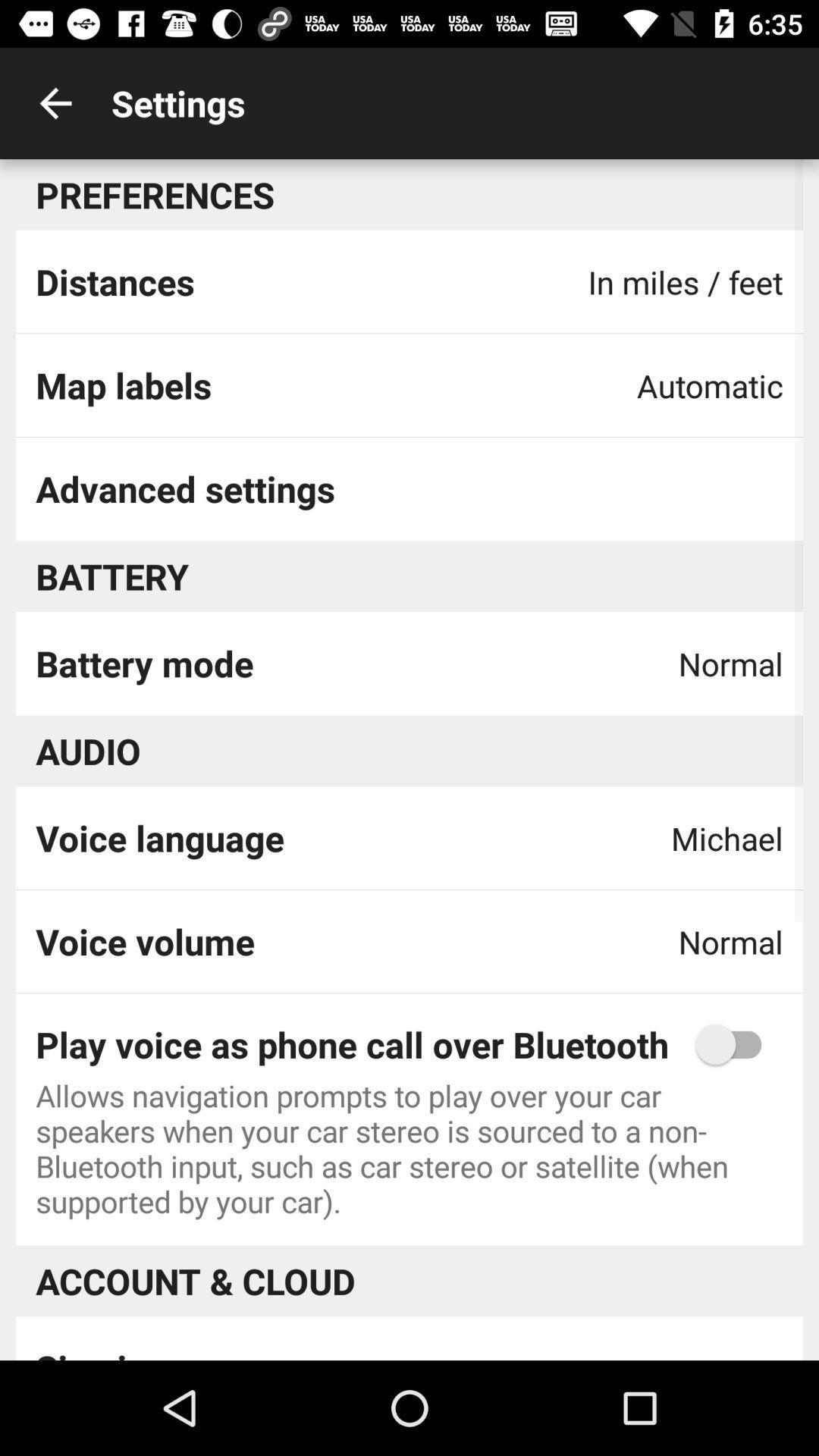  What do you see at coordinates (55, 102) in the screenshot?
I see `the item above distances icon` at bounding box center [55, 102].